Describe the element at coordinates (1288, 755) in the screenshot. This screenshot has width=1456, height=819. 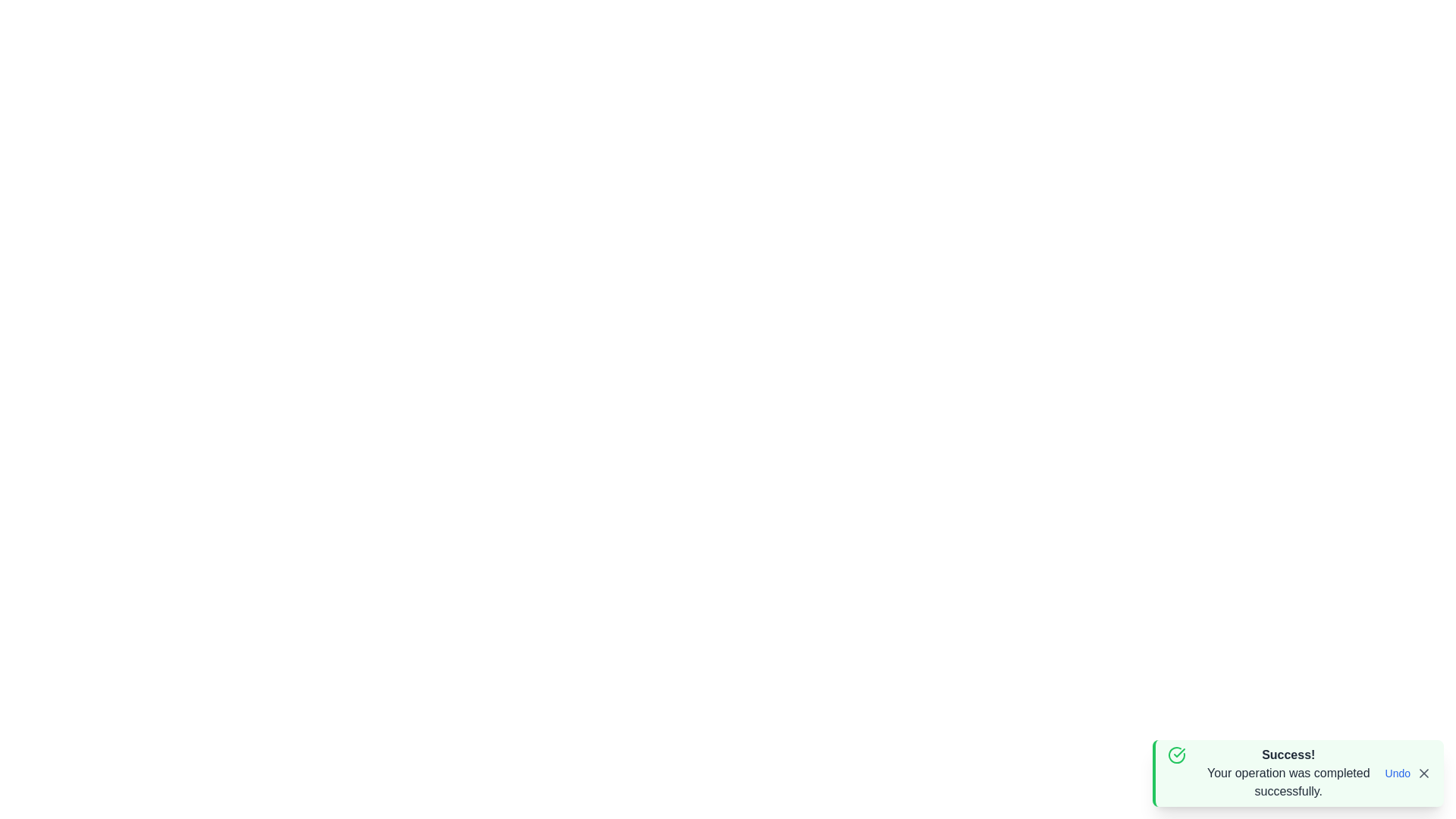
I see `the title text 'Success!' to select it` at that location.